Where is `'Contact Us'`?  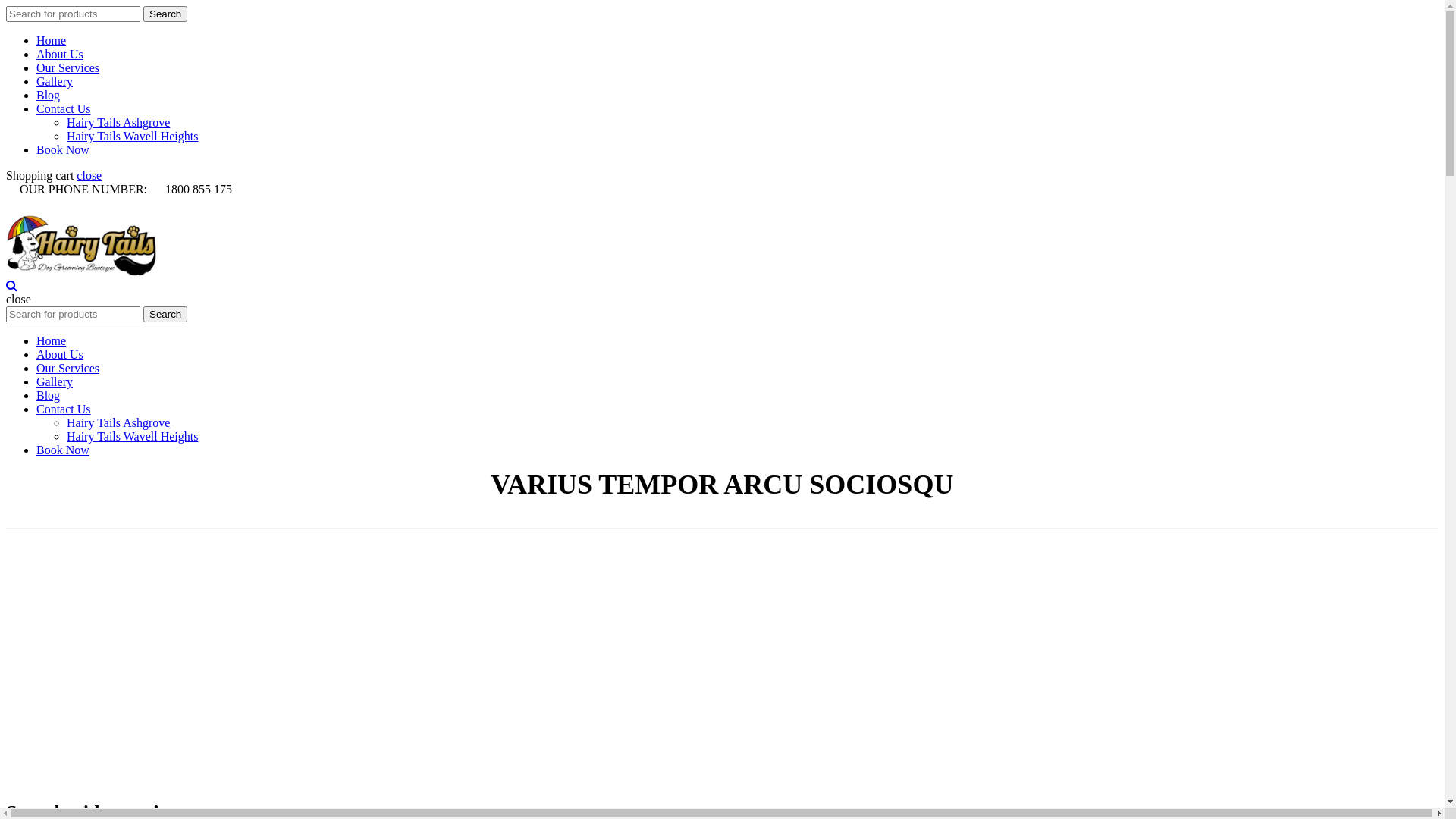 'Contact Us' is located at coordinates (36, 108).